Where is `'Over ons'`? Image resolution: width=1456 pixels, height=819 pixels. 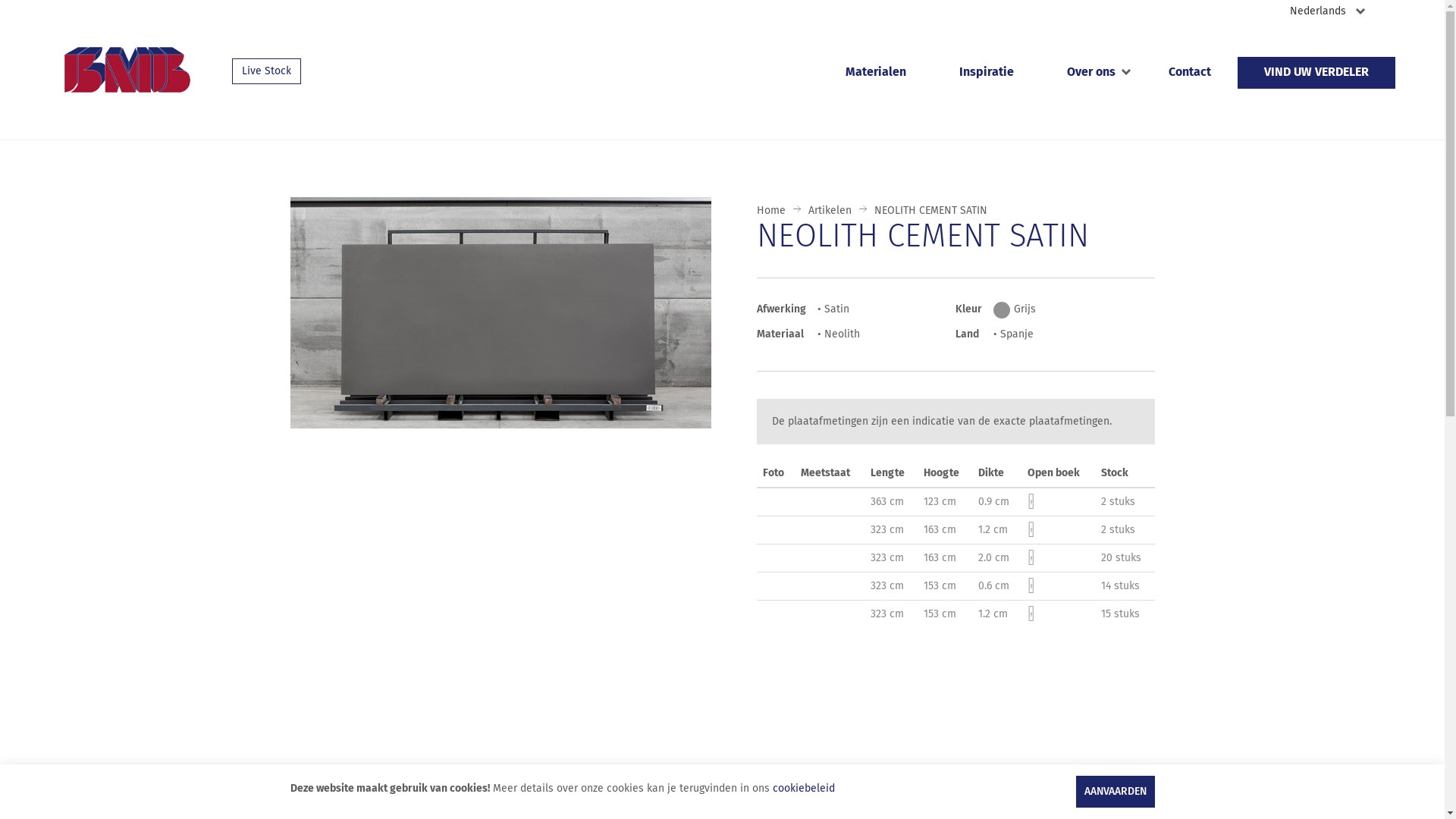
'Over ons' is located at coordinates (1090, 73).